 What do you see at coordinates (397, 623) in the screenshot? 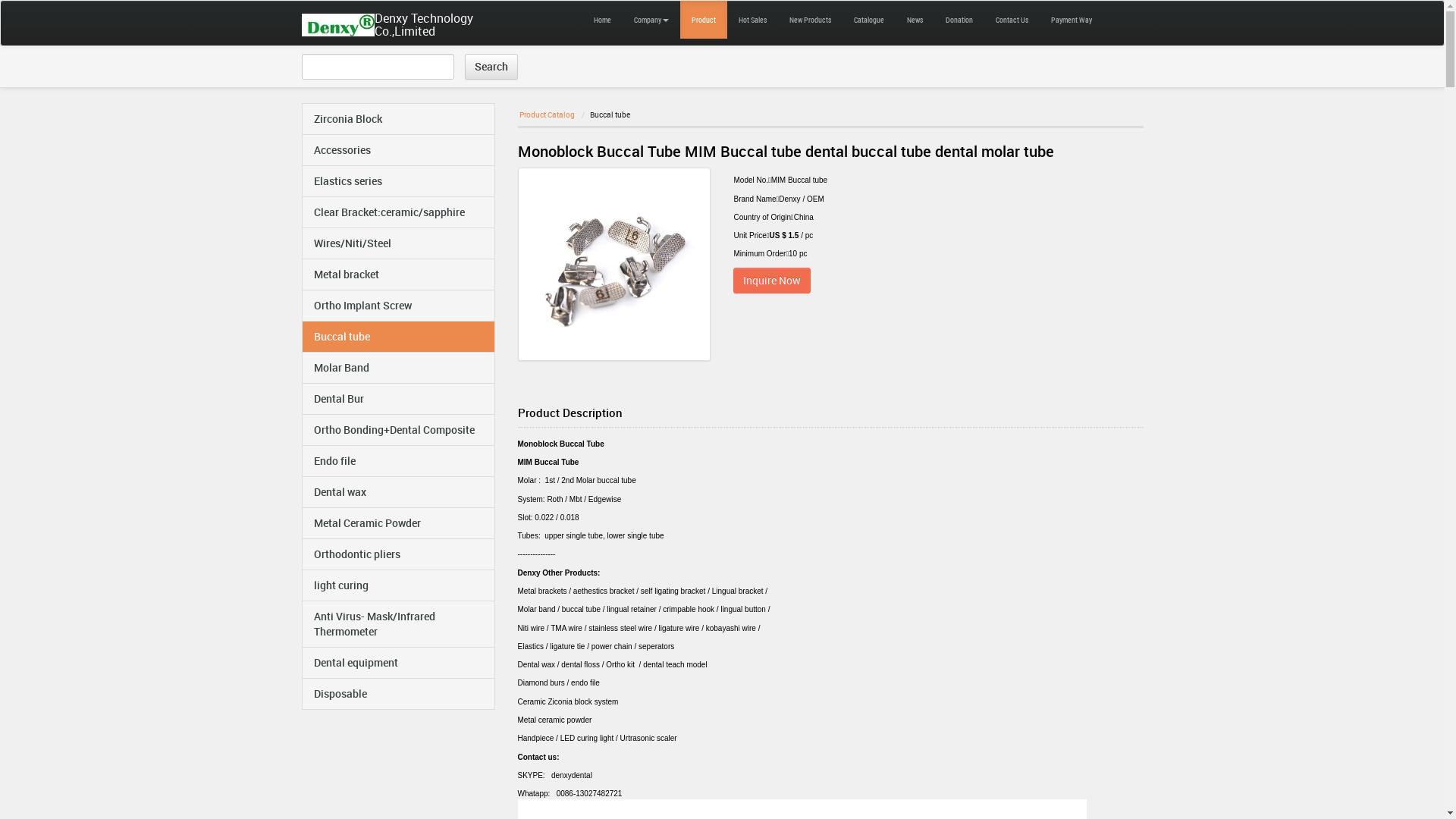
I see `'Anti Virus- Mask/Infrared Thermometer'` at bounding box center [397, 623].